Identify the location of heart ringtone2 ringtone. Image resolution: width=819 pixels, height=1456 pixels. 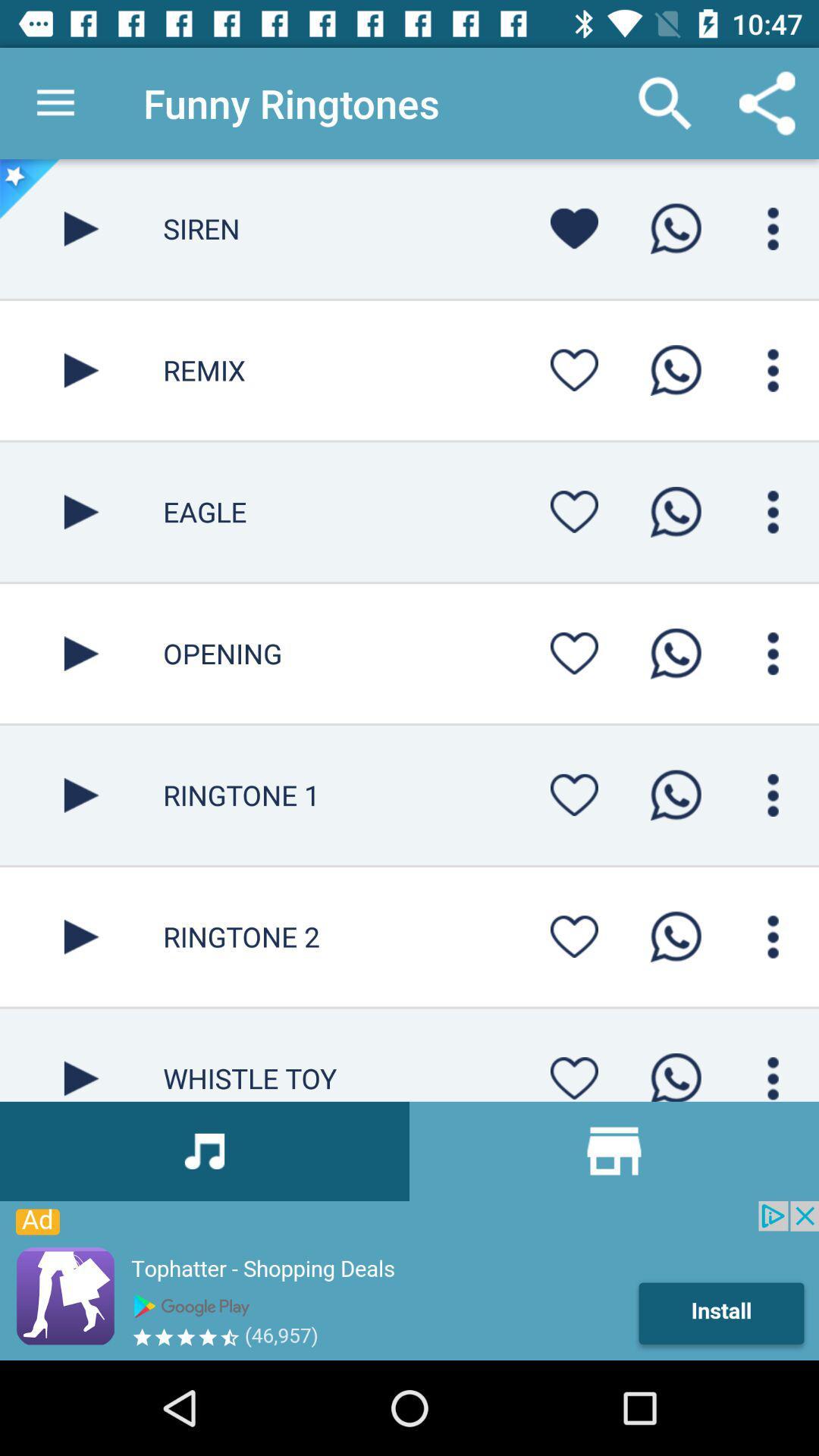
(574, 936).